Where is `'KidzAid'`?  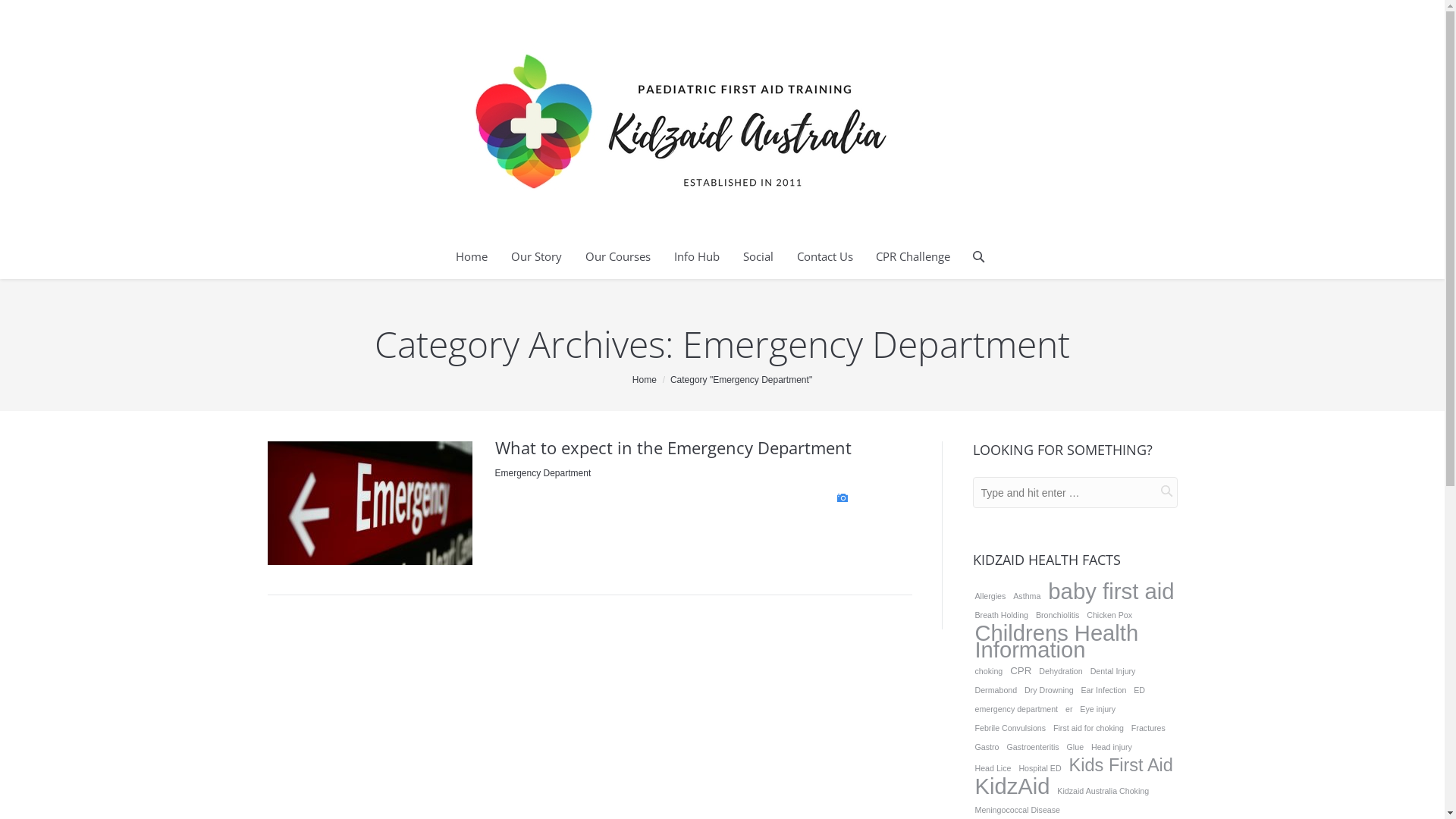 'KidzAid' is located at coordinates (1012, 786).